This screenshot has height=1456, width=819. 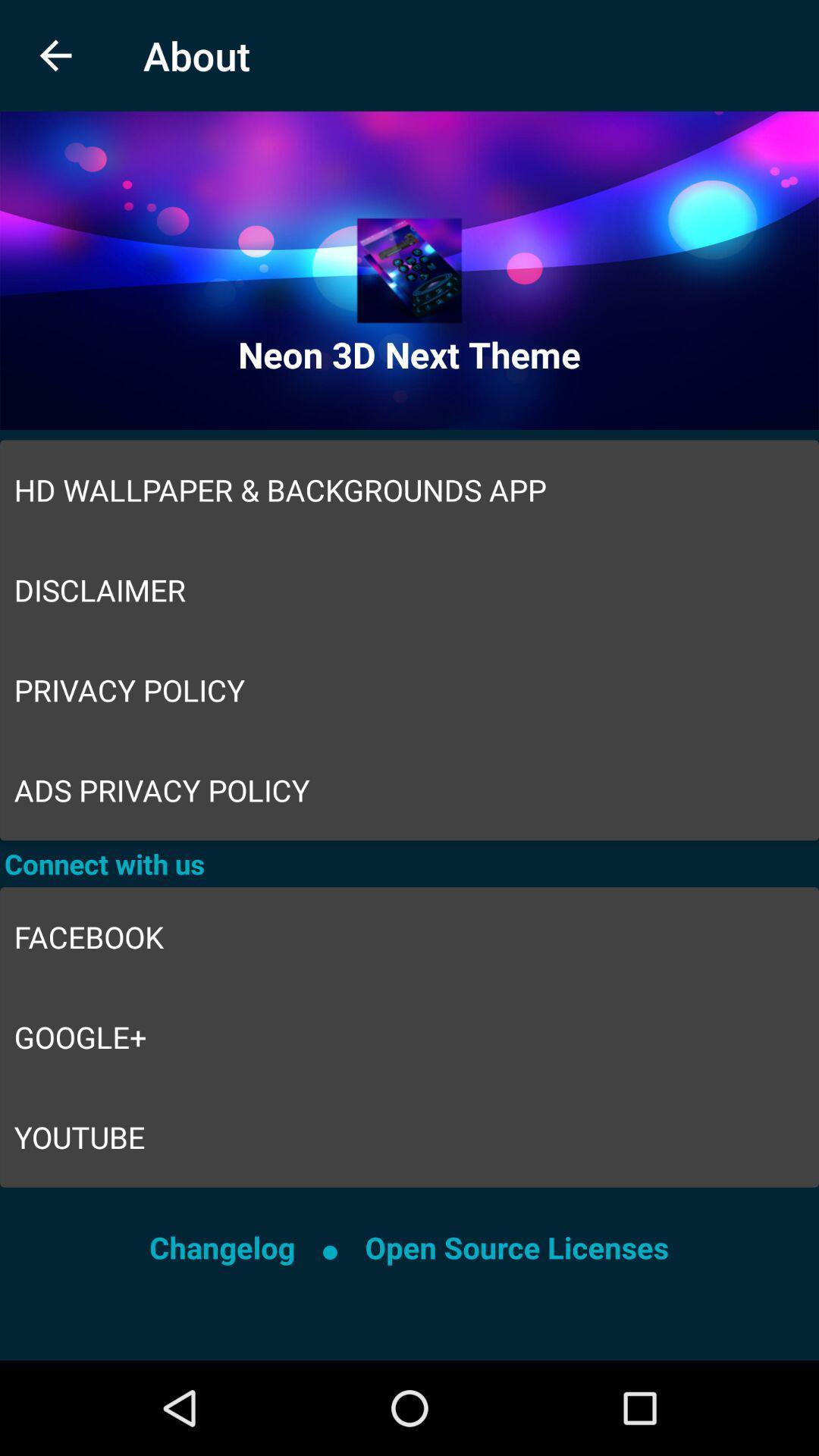 What do you see at coordinates (409, 1137) in the screenshot?
I see `the youtube icon` at bounding box center [409, 1137].